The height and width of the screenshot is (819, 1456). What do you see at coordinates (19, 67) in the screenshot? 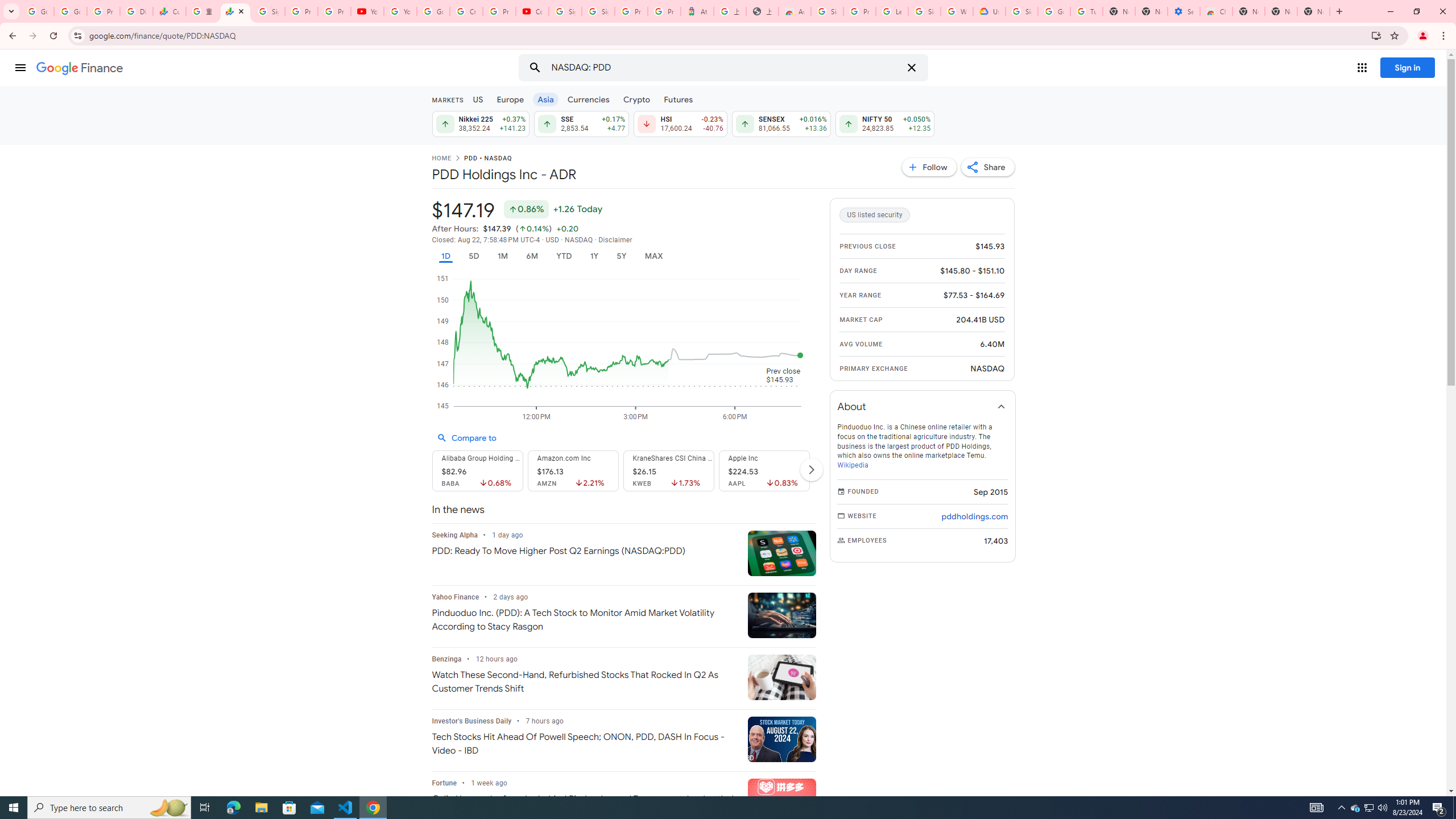
I see `'Main menu'` at bounding box center [19, 67].